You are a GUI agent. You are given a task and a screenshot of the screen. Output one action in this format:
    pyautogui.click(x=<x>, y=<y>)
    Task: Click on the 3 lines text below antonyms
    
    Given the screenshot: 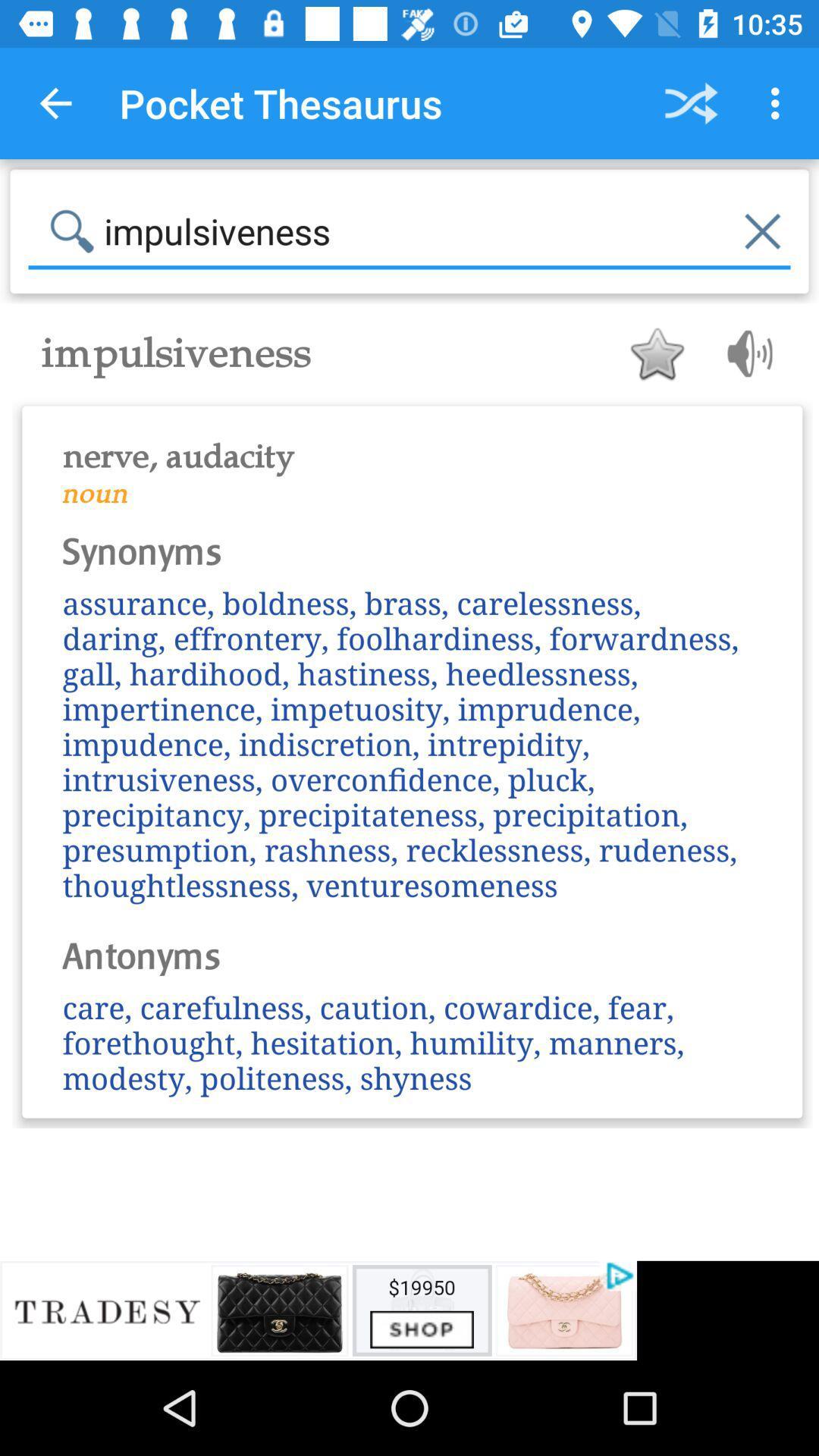 What is the action you would take?
    pyautogui.click(x=412, y=1041)
    